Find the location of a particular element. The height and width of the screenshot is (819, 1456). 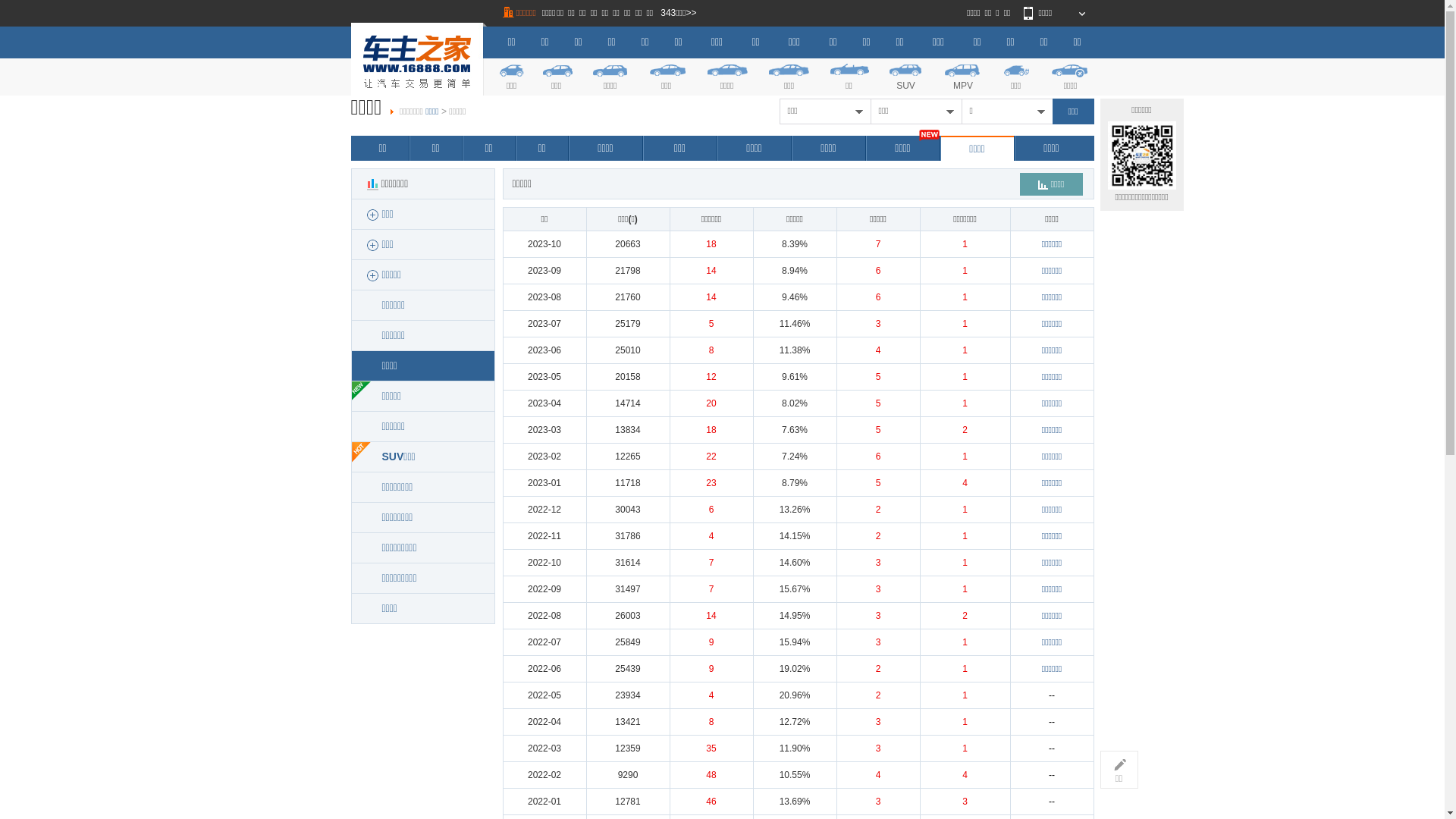

'4' is located at coordinates (961, 482).